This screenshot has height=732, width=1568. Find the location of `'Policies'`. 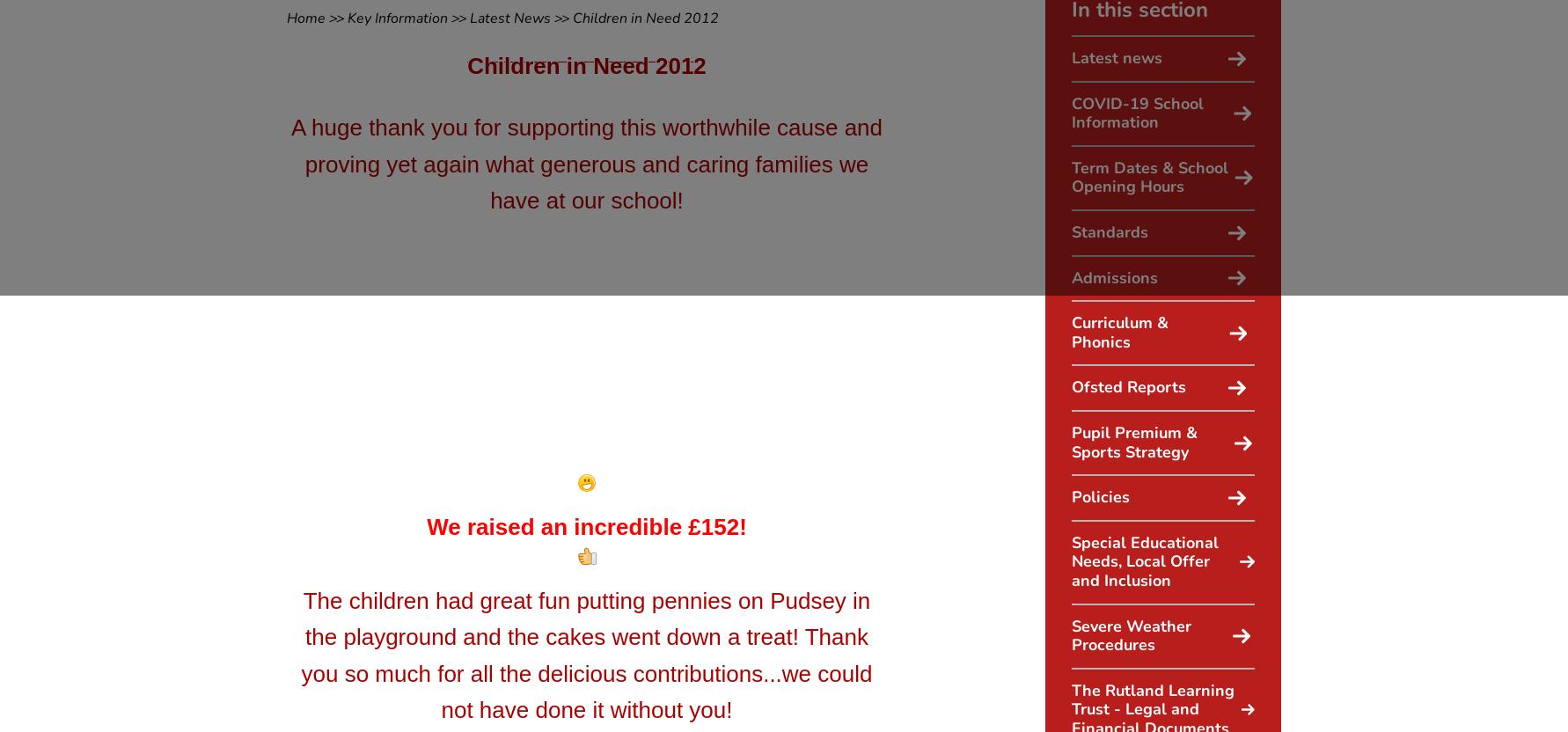

'Policies' is located at coordinates (1070, 497).